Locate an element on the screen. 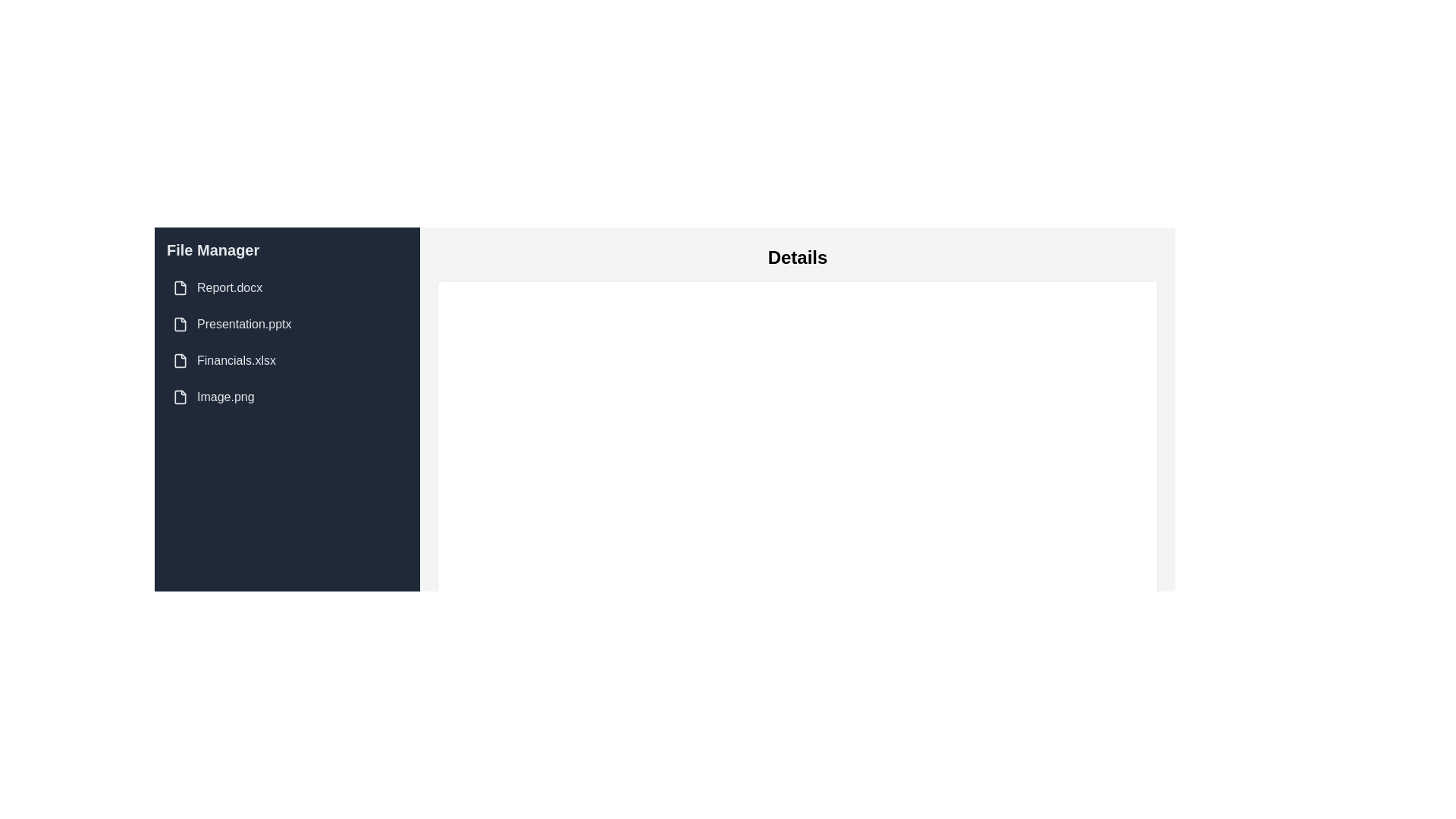 This screenshot has height=819, width=1456. the list item displaying the text 'Presentation.pptx' in the left sidebar is located at coordinates (287, 324).